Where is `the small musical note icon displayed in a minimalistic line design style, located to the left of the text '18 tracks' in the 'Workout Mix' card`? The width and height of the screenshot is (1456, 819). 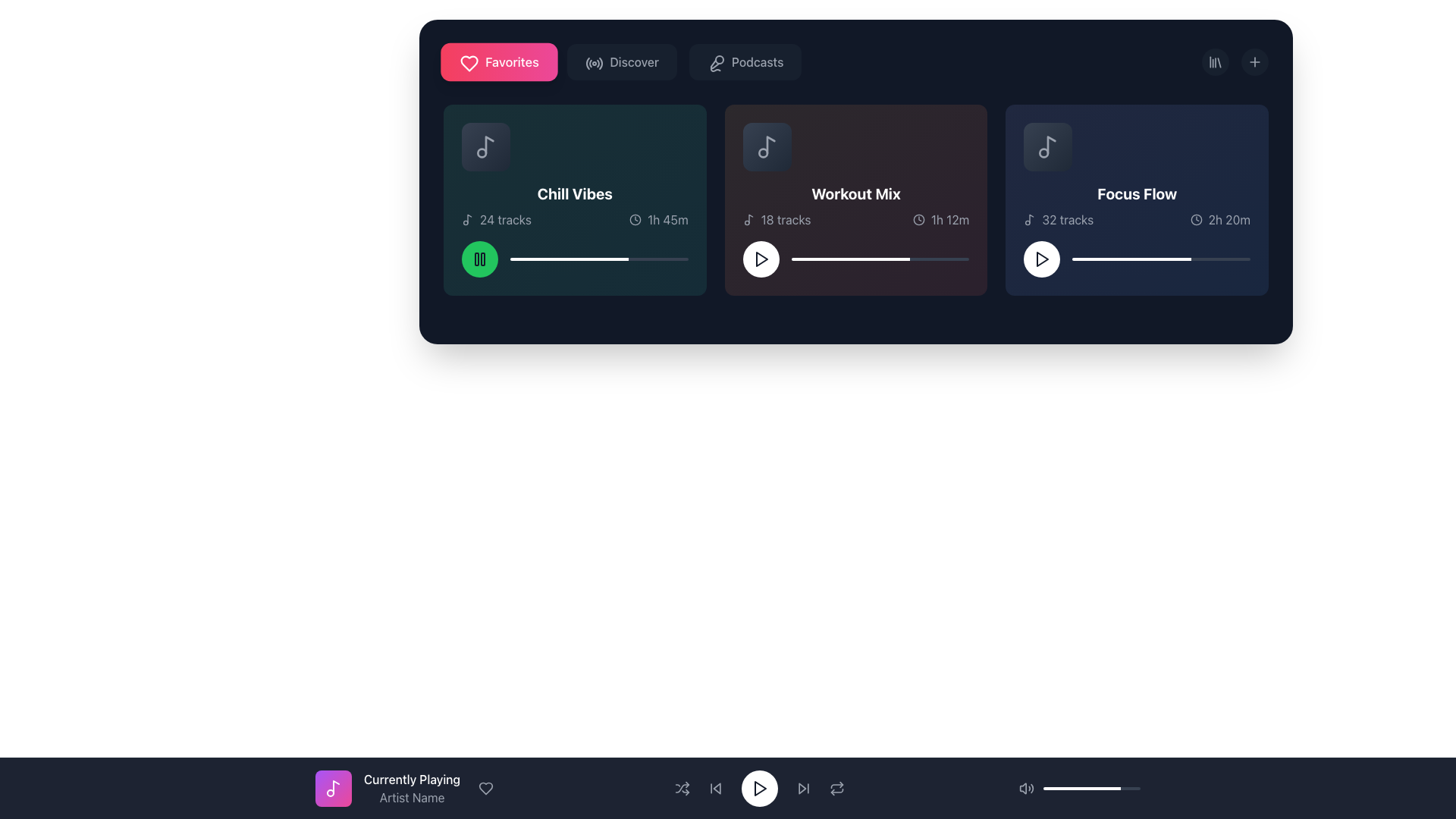 the small musical note icon displayed in a minimalistic line design style, located to the left of the text '18 tracks' in the 'Workout Mix' card is located at coordinates (748, 219).